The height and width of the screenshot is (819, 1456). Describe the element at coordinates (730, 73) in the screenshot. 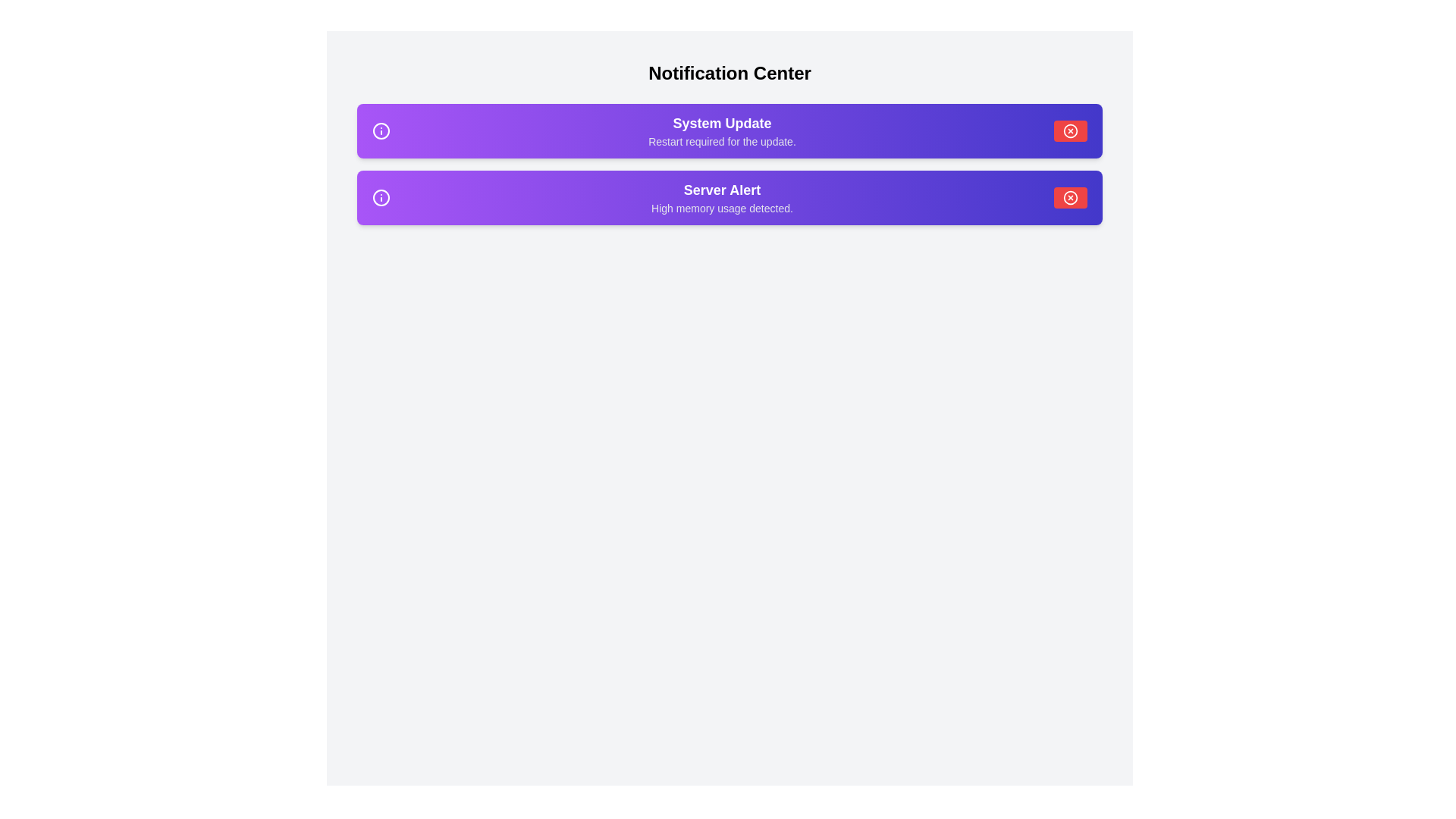

I see `the header text 'Notification Center' to inspect it` at that location.